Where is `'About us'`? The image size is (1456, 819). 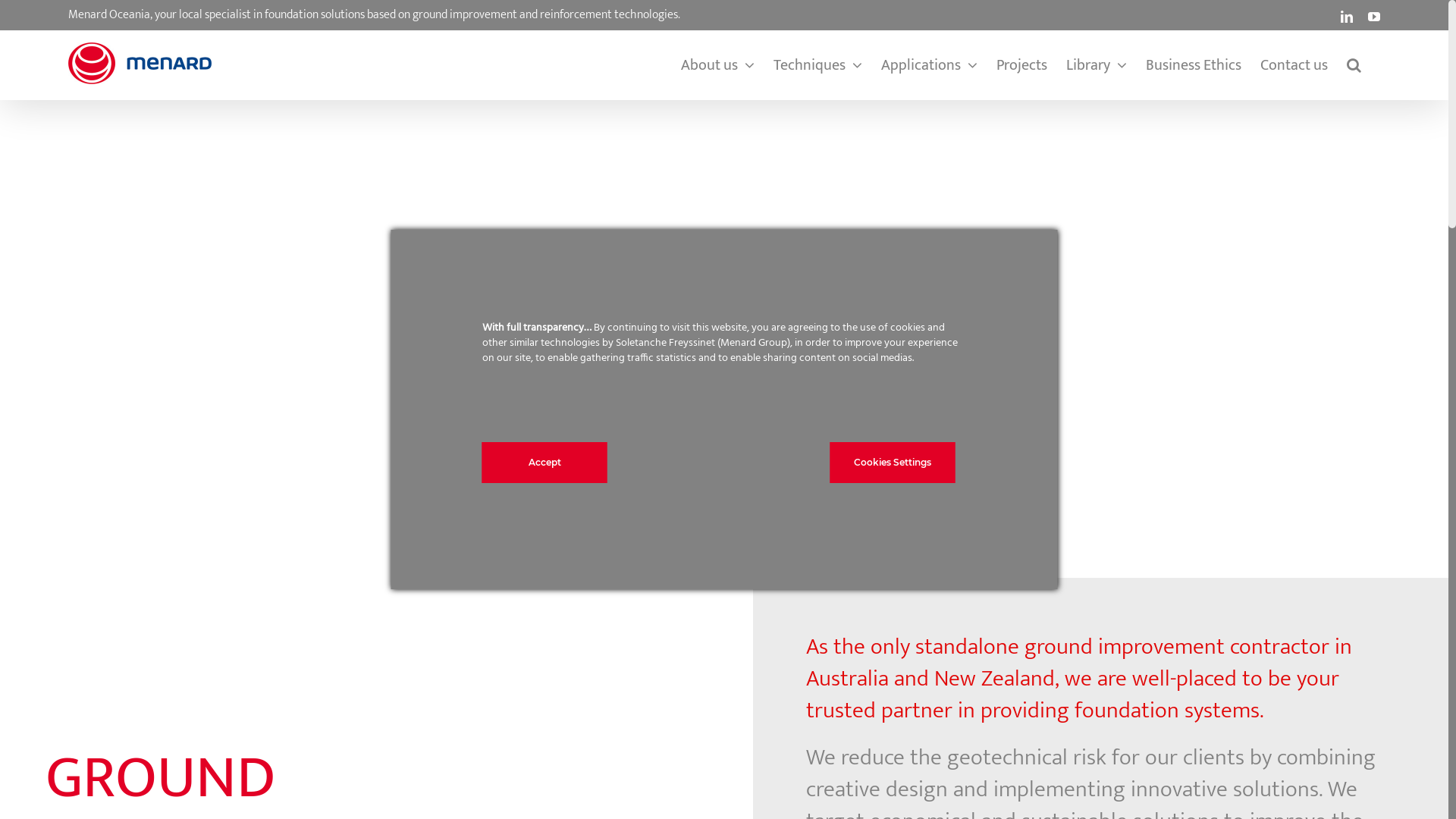 'About us' is located at coordinates (717, 64).